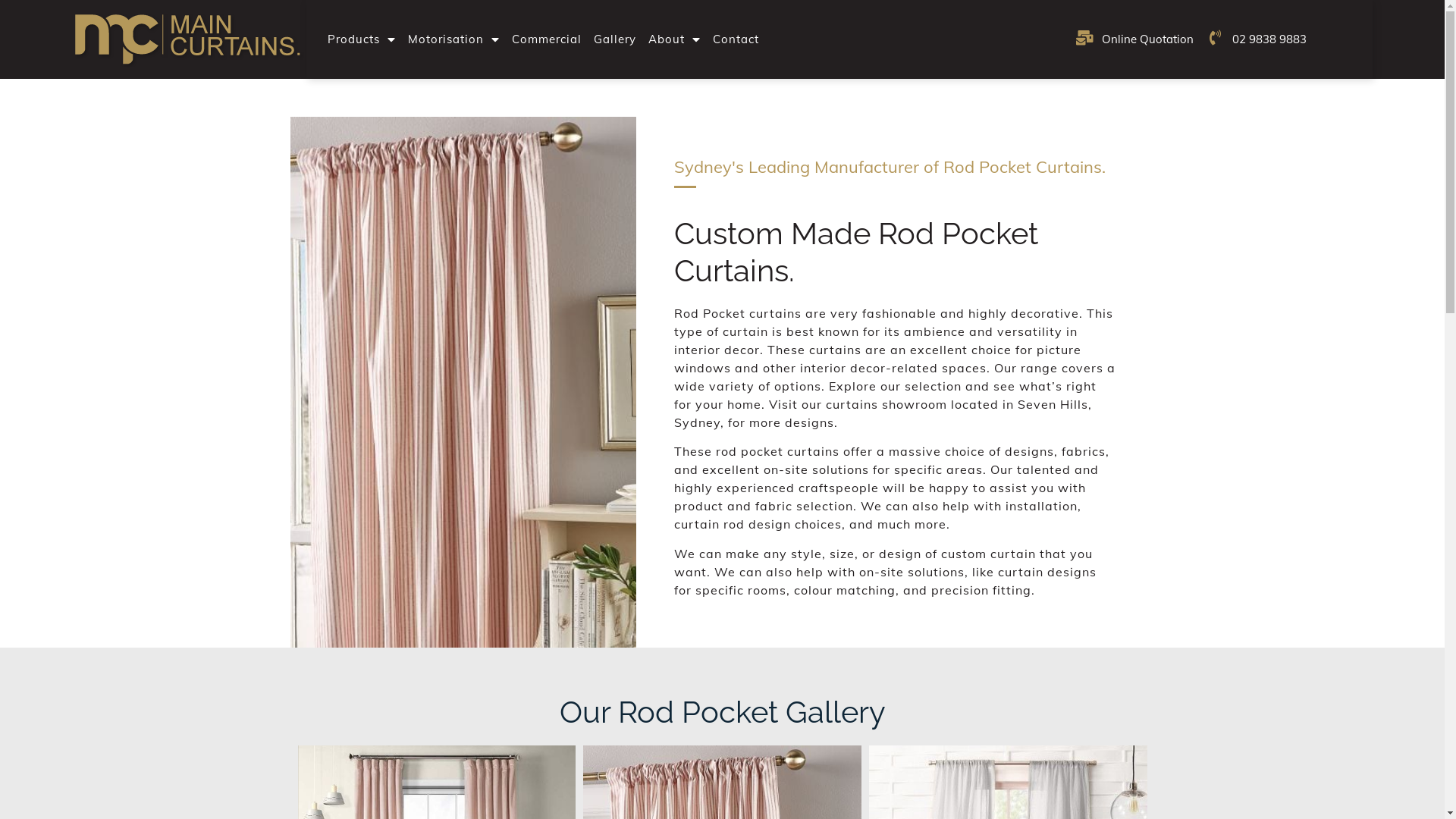  Describe the element at coordinates (1074, 38) in the screenshot. I see `'Online Quotation'` at that location.